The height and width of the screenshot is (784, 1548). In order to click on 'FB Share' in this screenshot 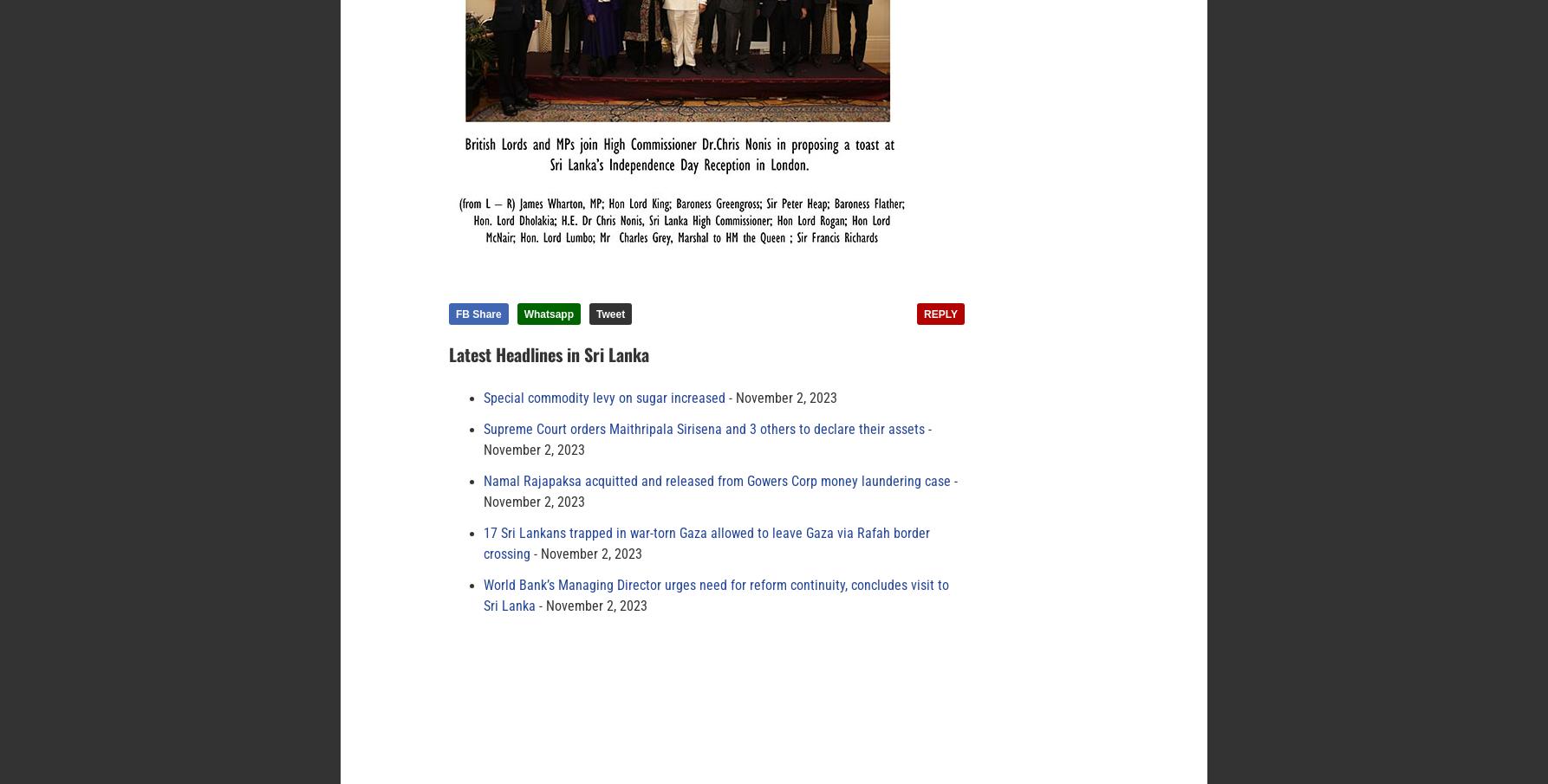, I will do `click(478, 314)`.